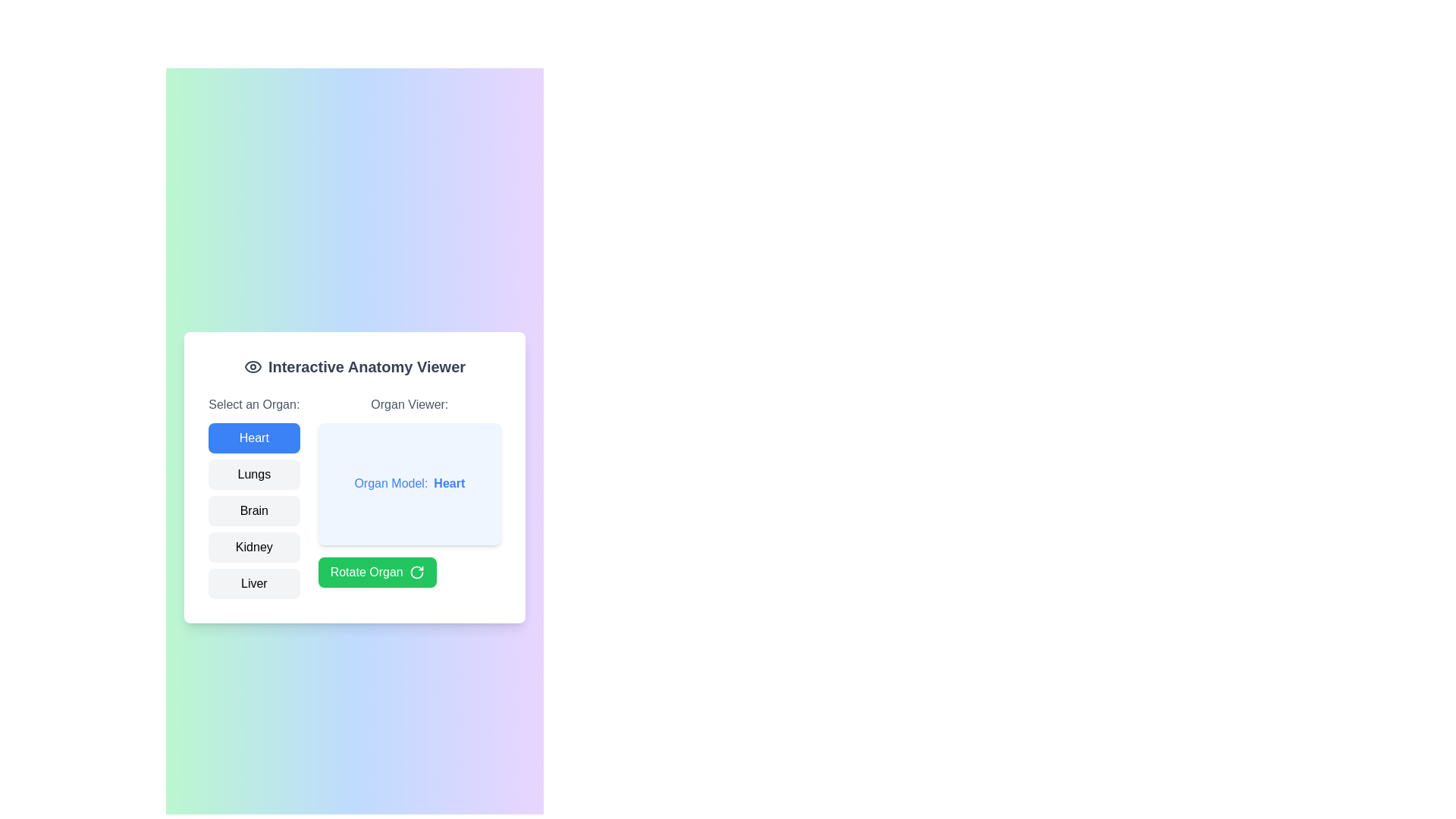 The image size is (1456, 819). What do you see at coordinates (377, 572) in the screenshot?
I see `the green rectangular button labeled 'Rotate Organ' located in the 'Organ Viewer' section to change its background color` at bounding box center [377, 572].